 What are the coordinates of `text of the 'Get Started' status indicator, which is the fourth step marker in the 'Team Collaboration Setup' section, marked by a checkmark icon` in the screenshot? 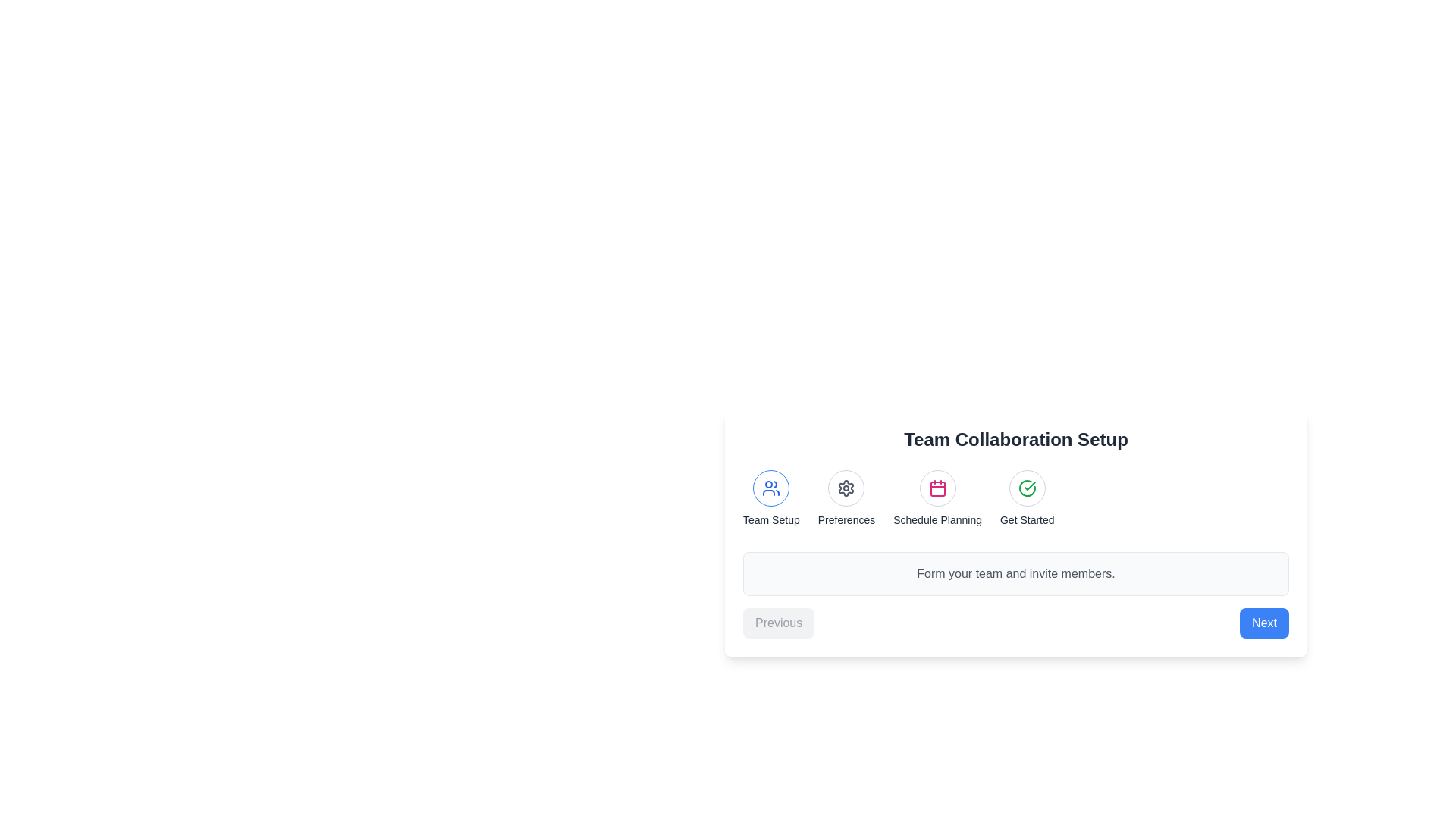 It's located at (1027, 499).